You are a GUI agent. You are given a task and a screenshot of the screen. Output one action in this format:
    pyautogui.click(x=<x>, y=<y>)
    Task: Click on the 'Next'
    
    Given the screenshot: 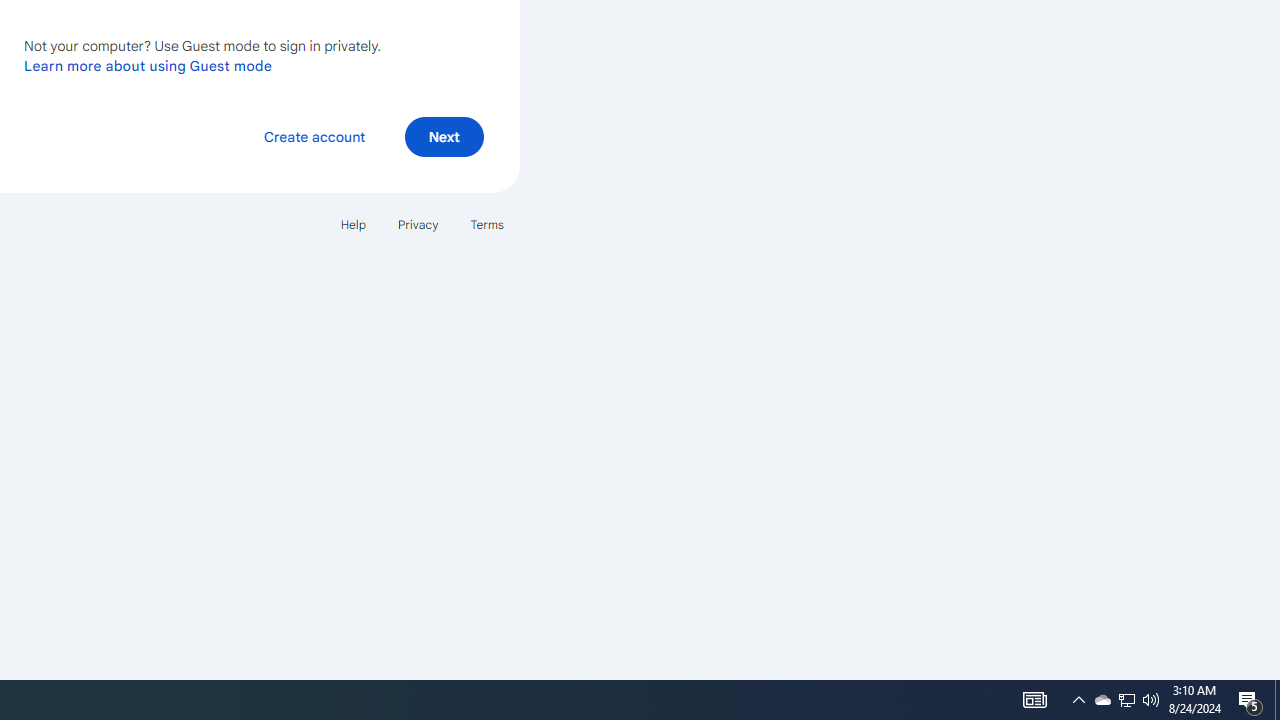 What is the action you would take?
    pyautogui.click(x=443, y=135)
    